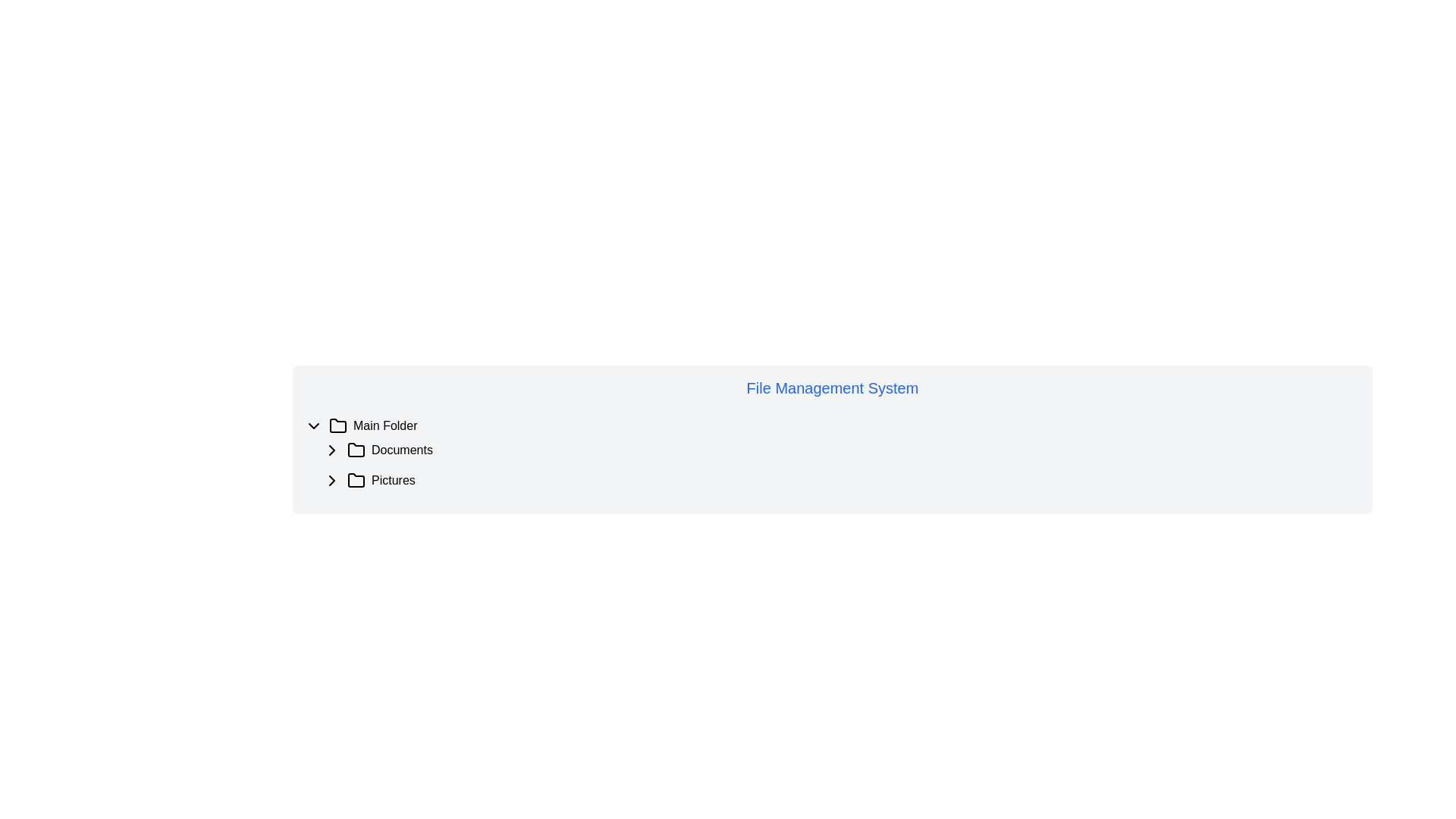  Describe the element at coordinates (356, 449) in the screenshot. I see `the small folder icon located as the second item in the file management tree view under the 'Documents' label` at that location.